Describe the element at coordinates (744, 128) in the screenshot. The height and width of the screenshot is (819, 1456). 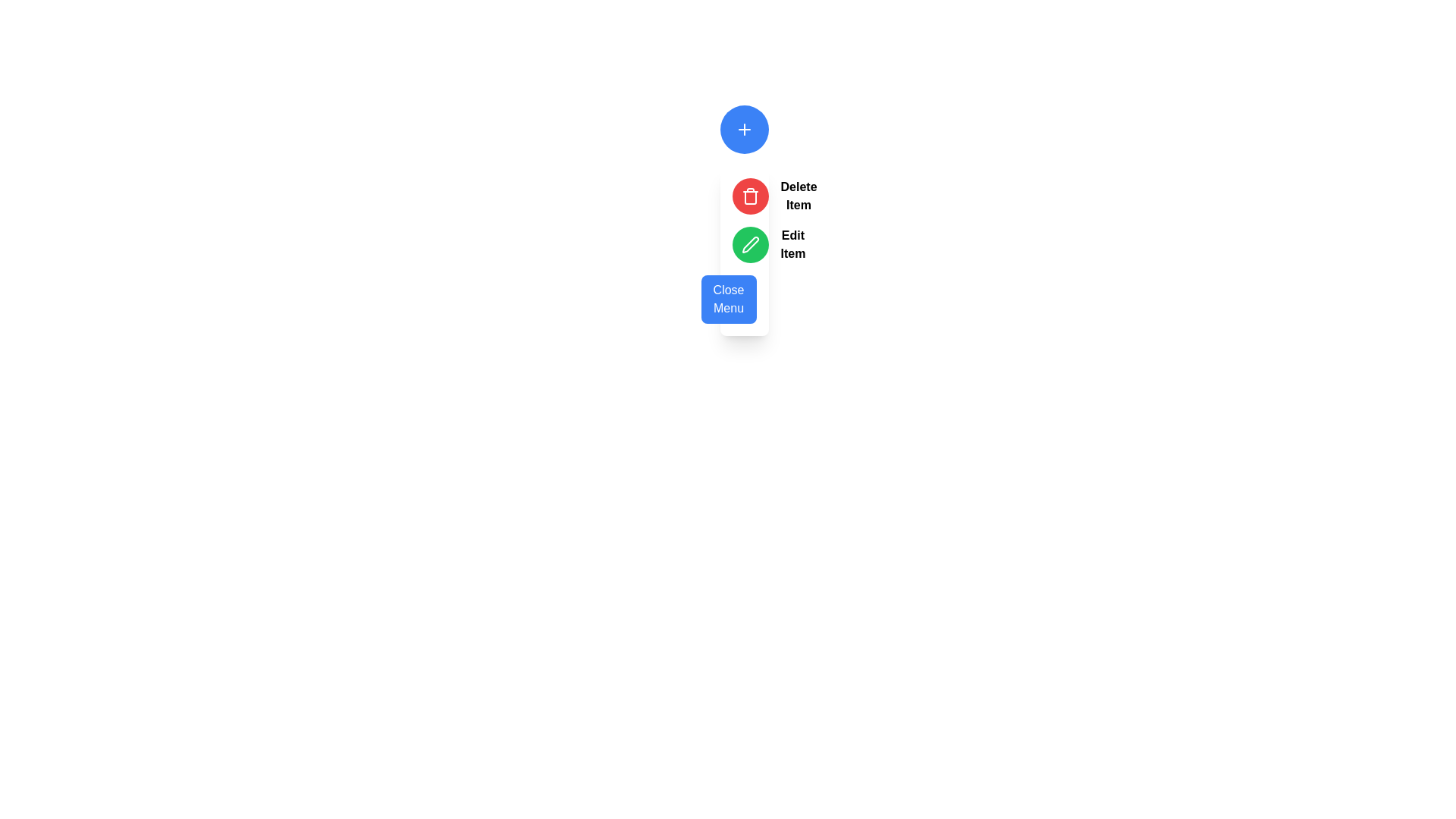
I see `the topmost button in the vertical stack` at that location.